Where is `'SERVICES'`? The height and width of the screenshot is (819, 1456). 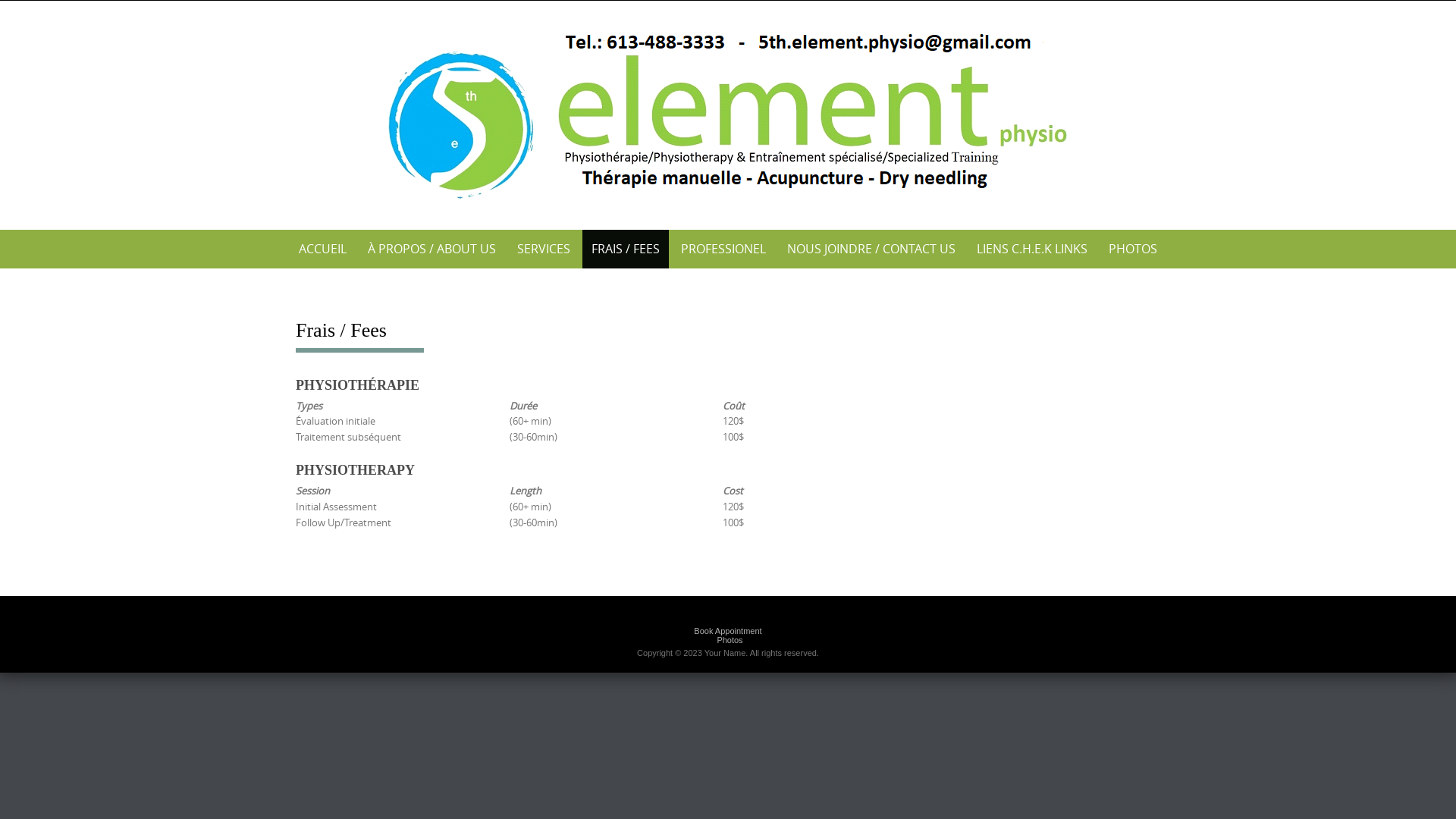 'SERVICES' is located at coordinates (543, 248).